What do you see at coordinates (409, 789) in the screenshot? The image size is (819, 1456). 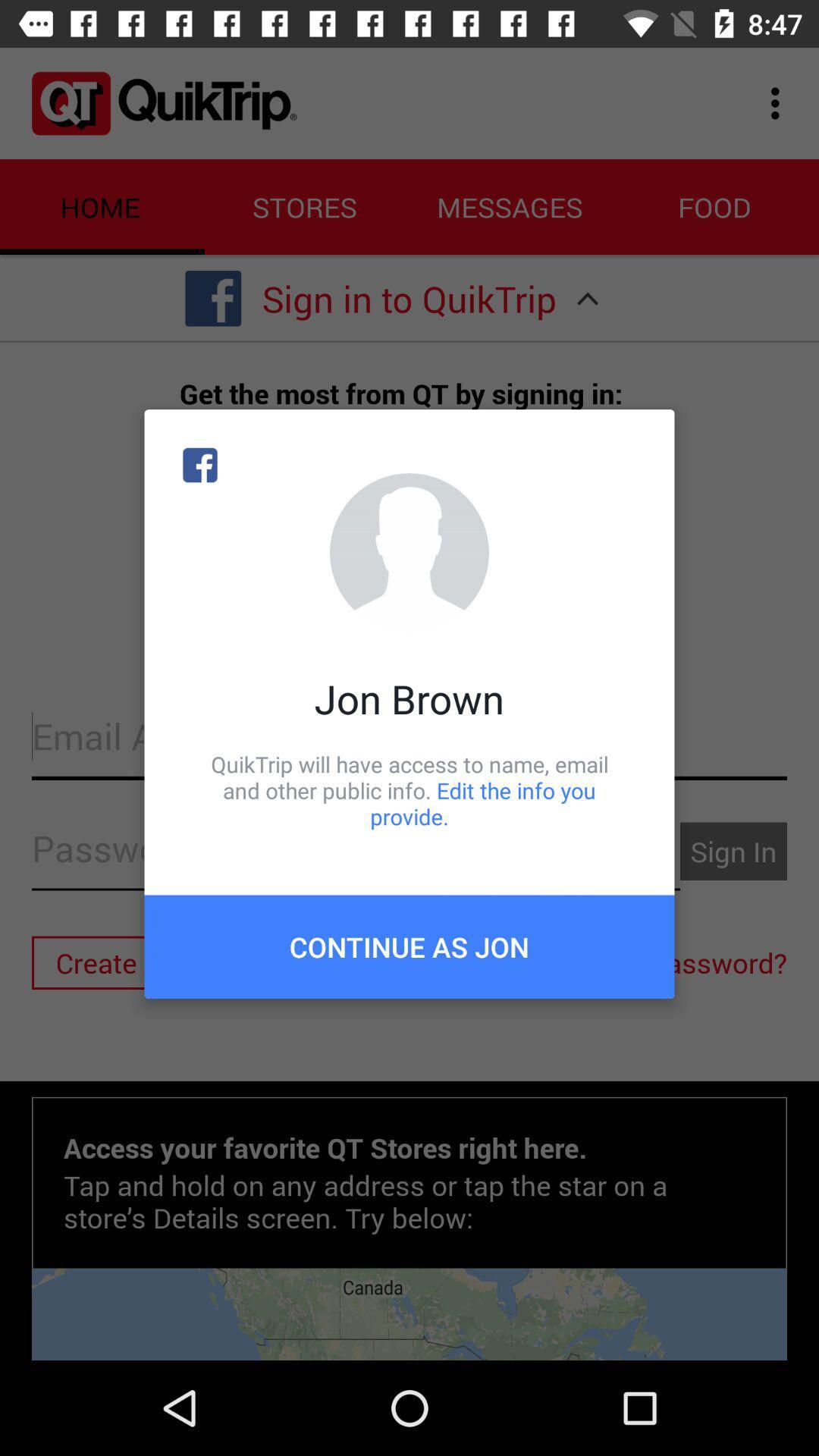 I see `quiktrip will have item` at bounding box center [409, 789].